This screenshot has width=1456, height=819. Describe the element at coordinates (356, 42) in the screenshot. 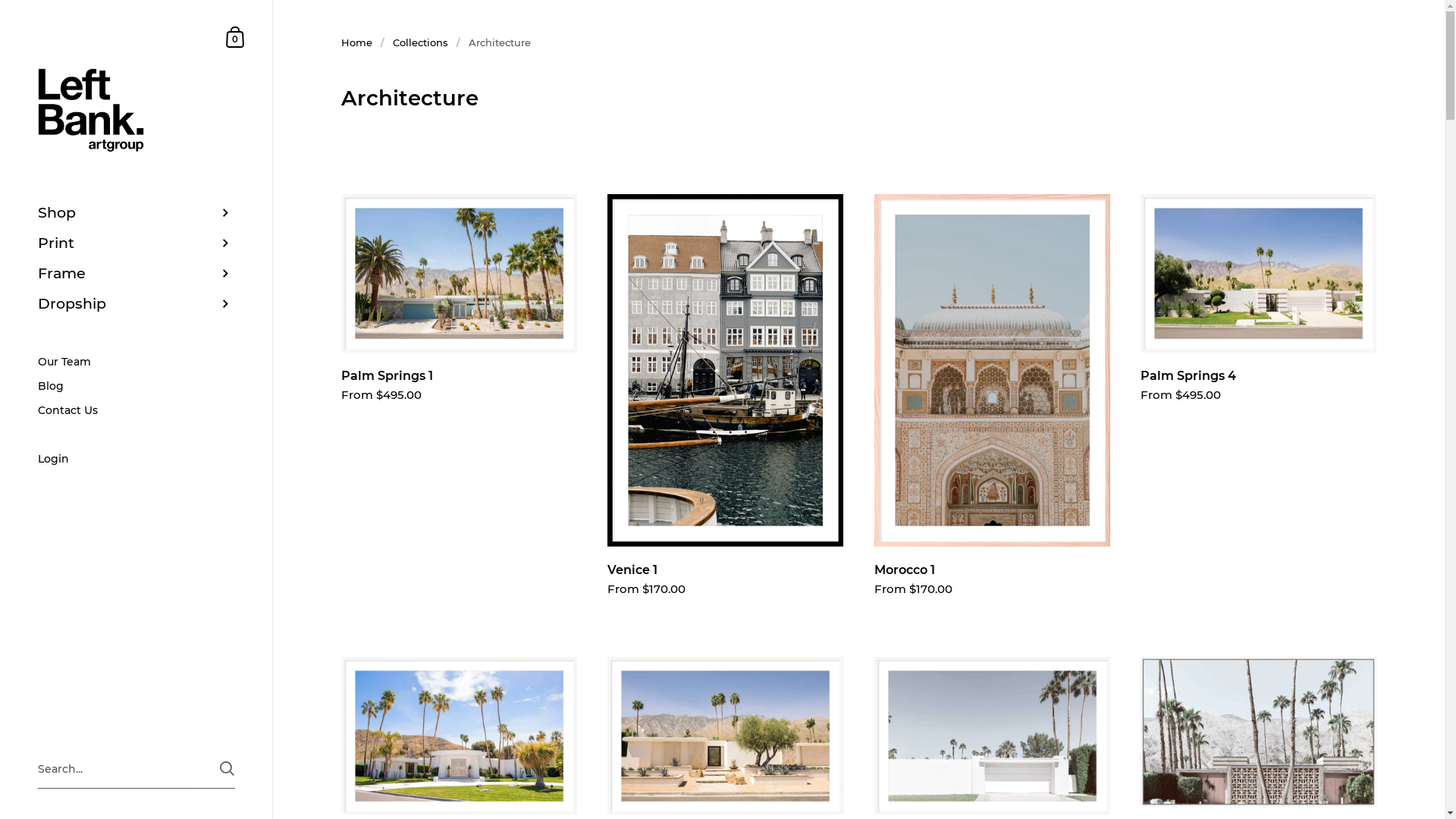

I see `'Home'` at that location.